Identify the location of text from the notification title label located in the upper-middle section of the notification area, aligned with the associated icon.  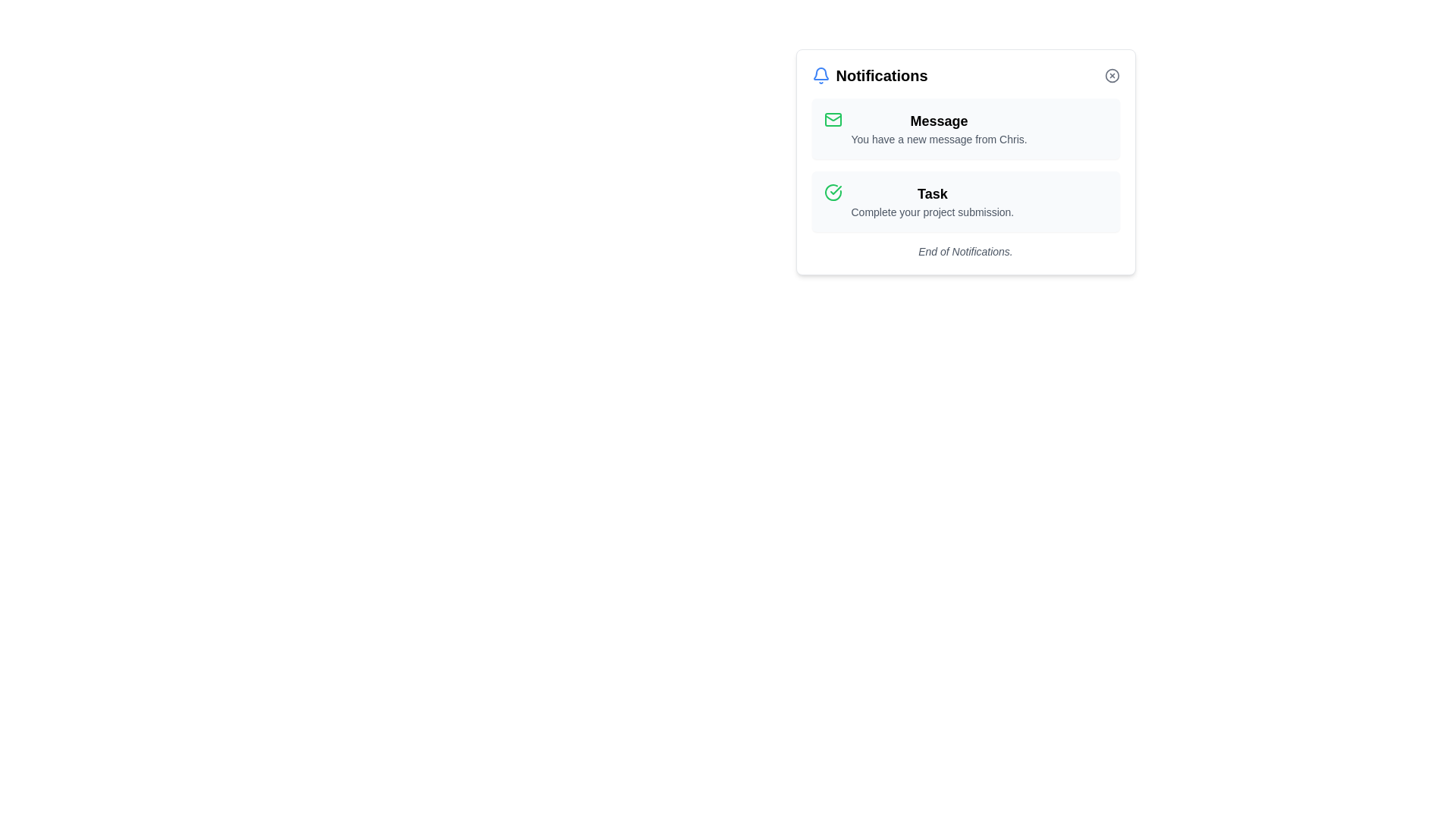
(938, 120).